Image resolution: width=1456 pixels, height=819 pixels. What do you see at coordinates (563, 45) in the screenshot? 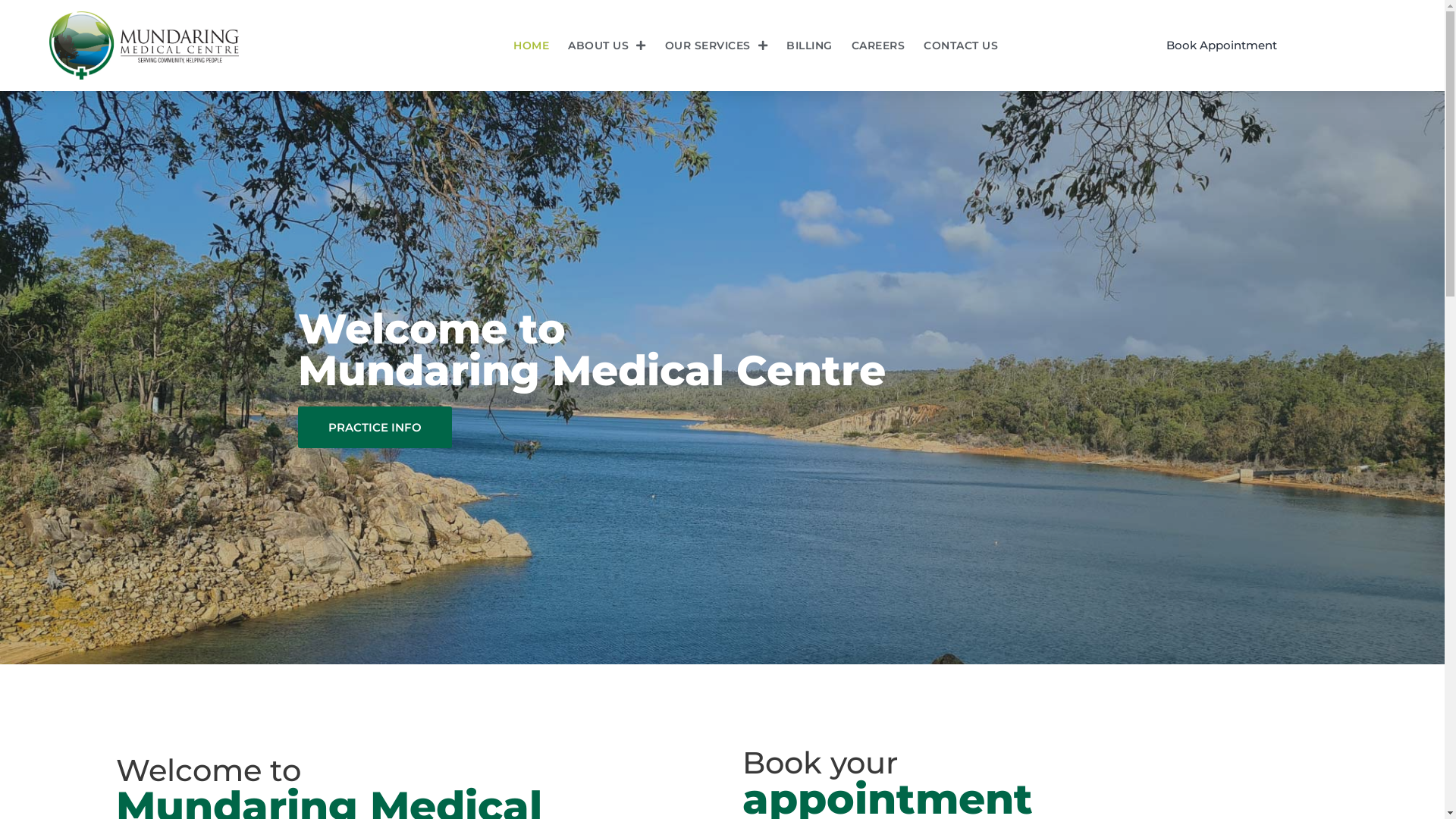
I see `'ABOUT US'` at bounding box center [563, 45].